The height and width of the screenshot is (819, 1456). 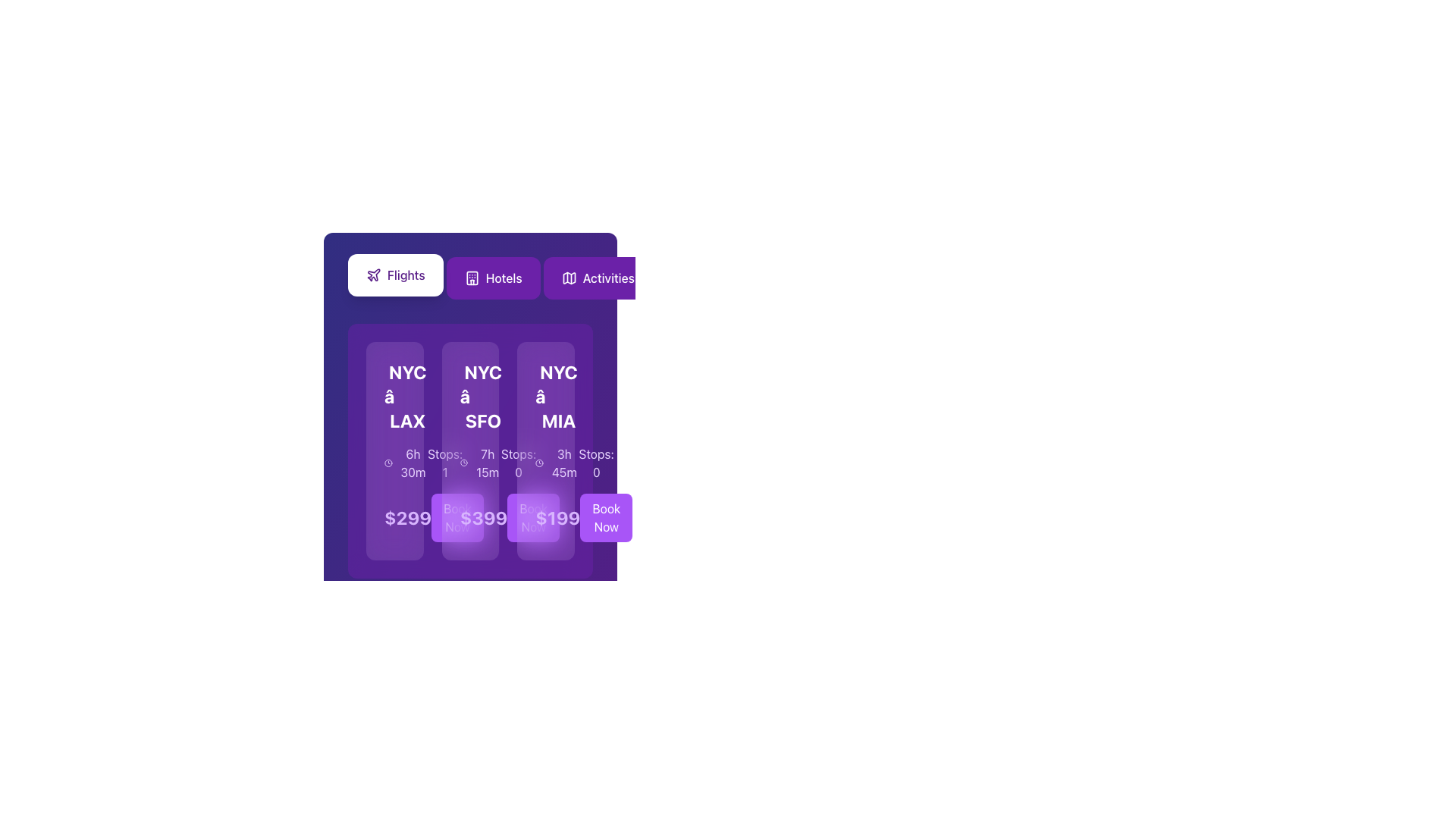 What do you see at coordinates (539, 462) in the screenshot?
I see `the circular icon on the left side of the third column in the itinerary cards, which indicates time-related data` at bounding box center [539, 462].